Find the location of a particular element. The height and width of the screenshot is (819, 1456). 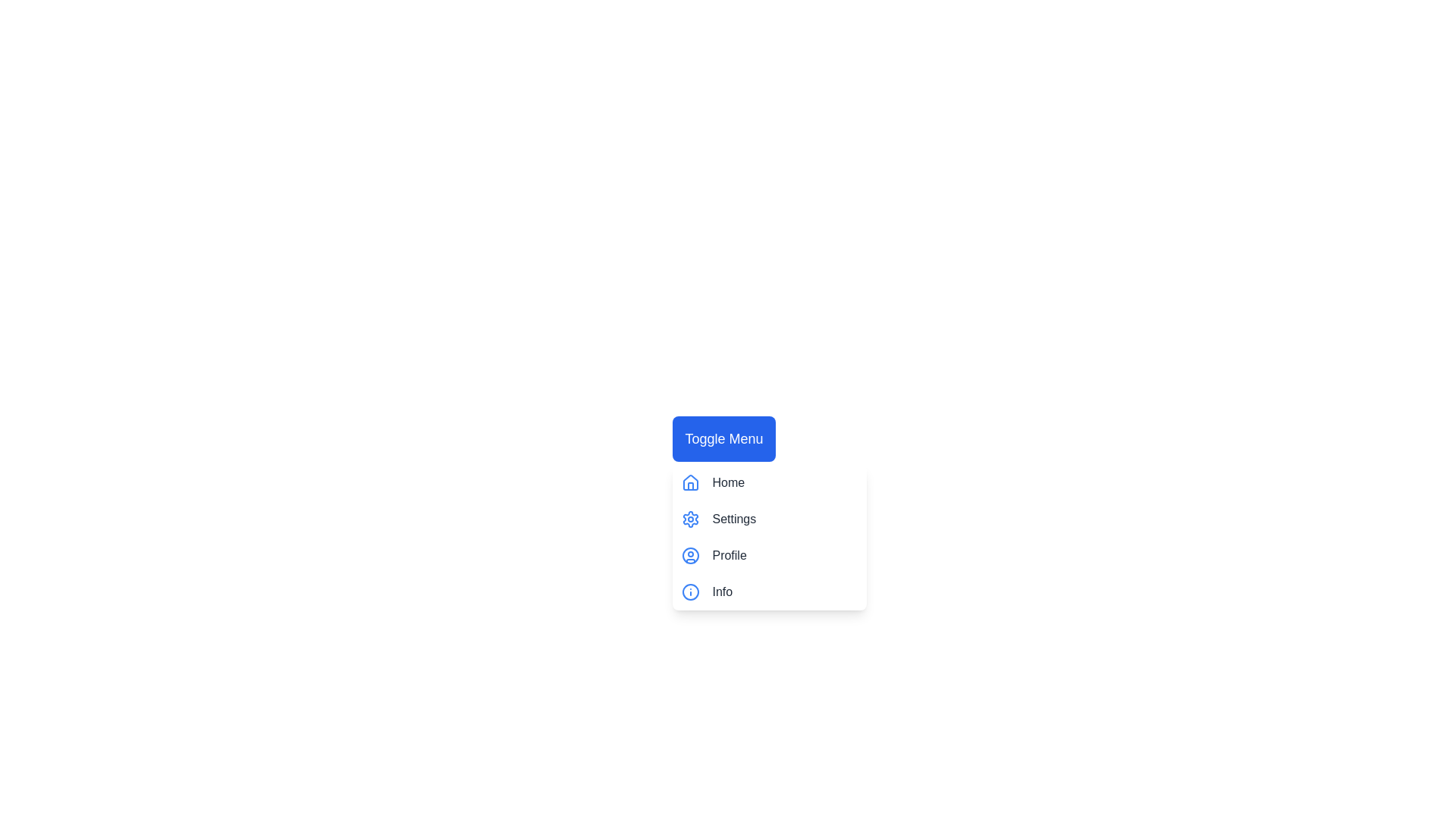

the menu item Home by clicking on it is located at coordinates (769, 482).